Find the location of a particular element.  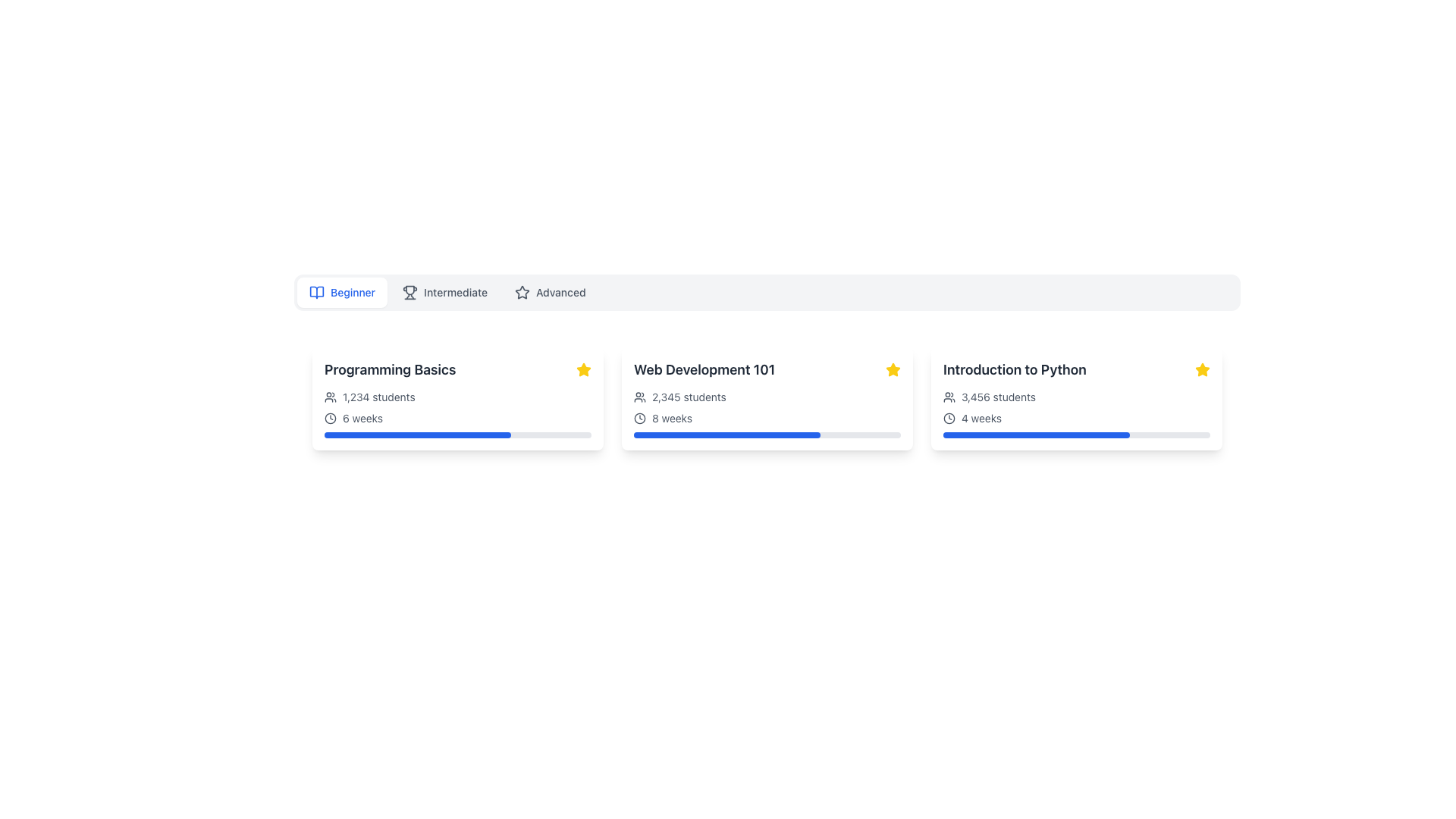

the SVG circle component of the clock illustration that visually conveys the idea of time, located adjacent to the text '6 weeks' is located at coordinates (949, 418).